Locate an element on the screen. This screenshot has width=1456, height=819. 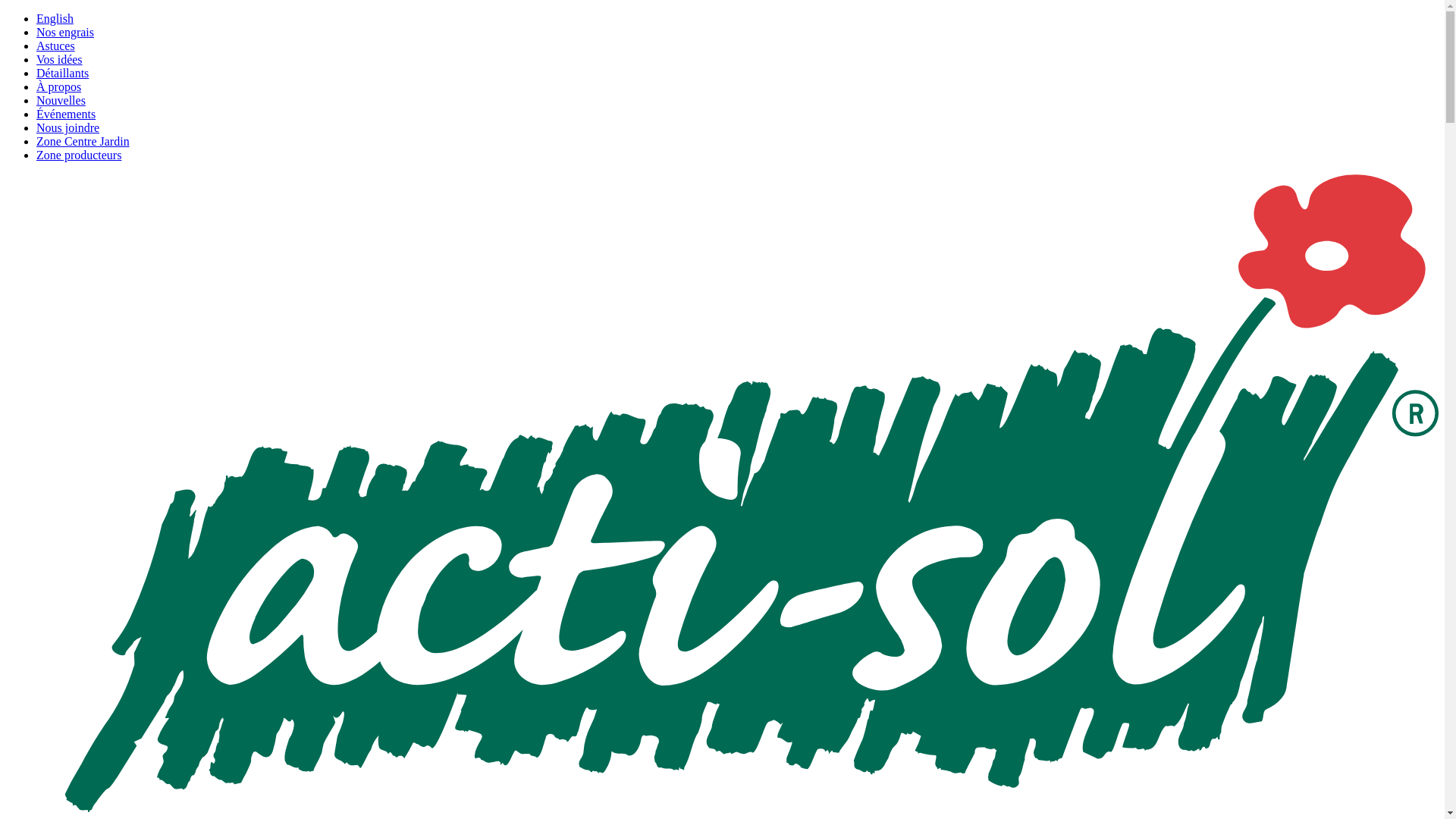
'Zone Centre Jardin' is located at coordinates (82, 141).